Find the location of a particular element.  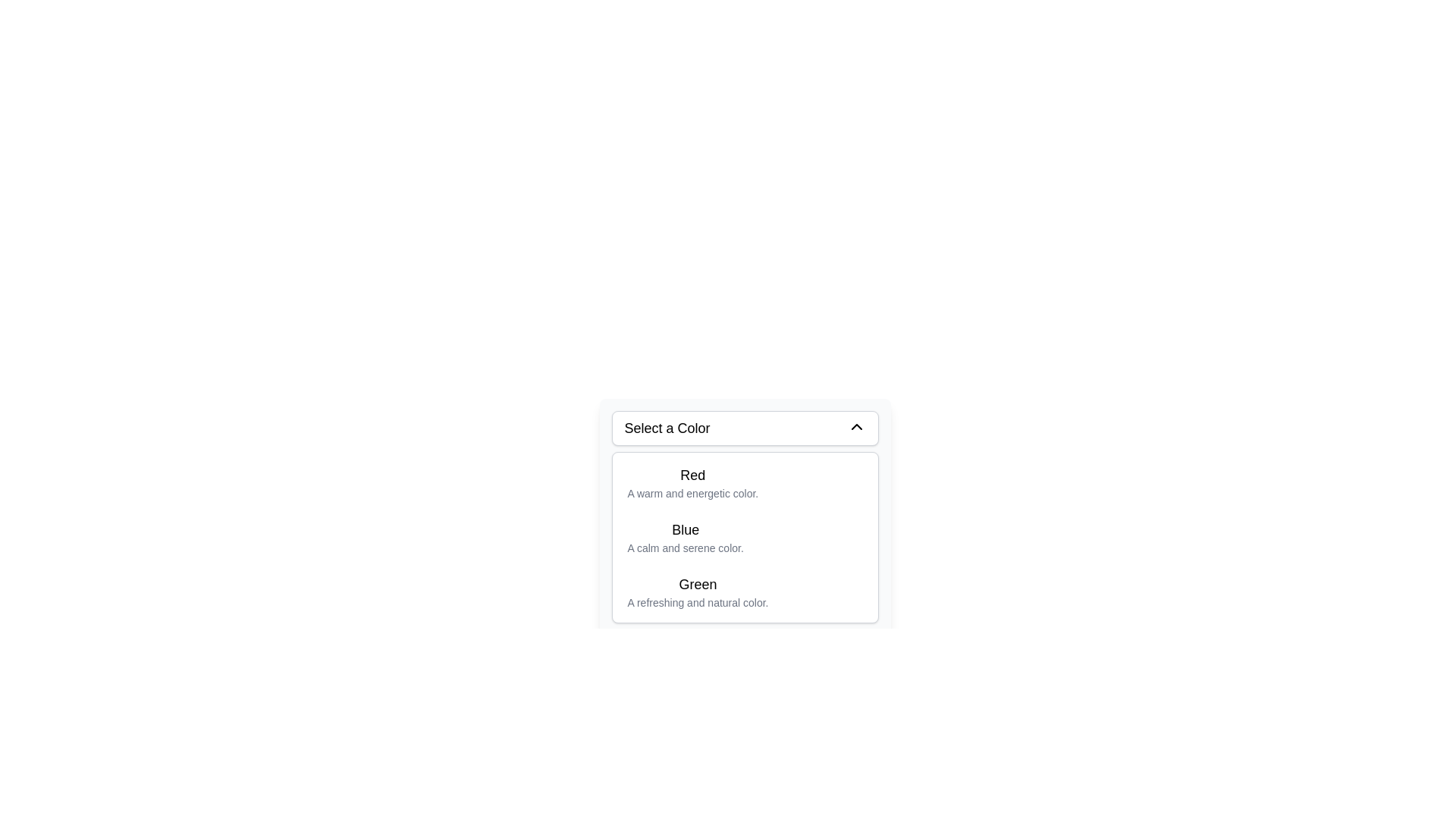

the 'Red' dropdown menu option in the 'Select a Color' dropdown is located at coordinates (745, 482).